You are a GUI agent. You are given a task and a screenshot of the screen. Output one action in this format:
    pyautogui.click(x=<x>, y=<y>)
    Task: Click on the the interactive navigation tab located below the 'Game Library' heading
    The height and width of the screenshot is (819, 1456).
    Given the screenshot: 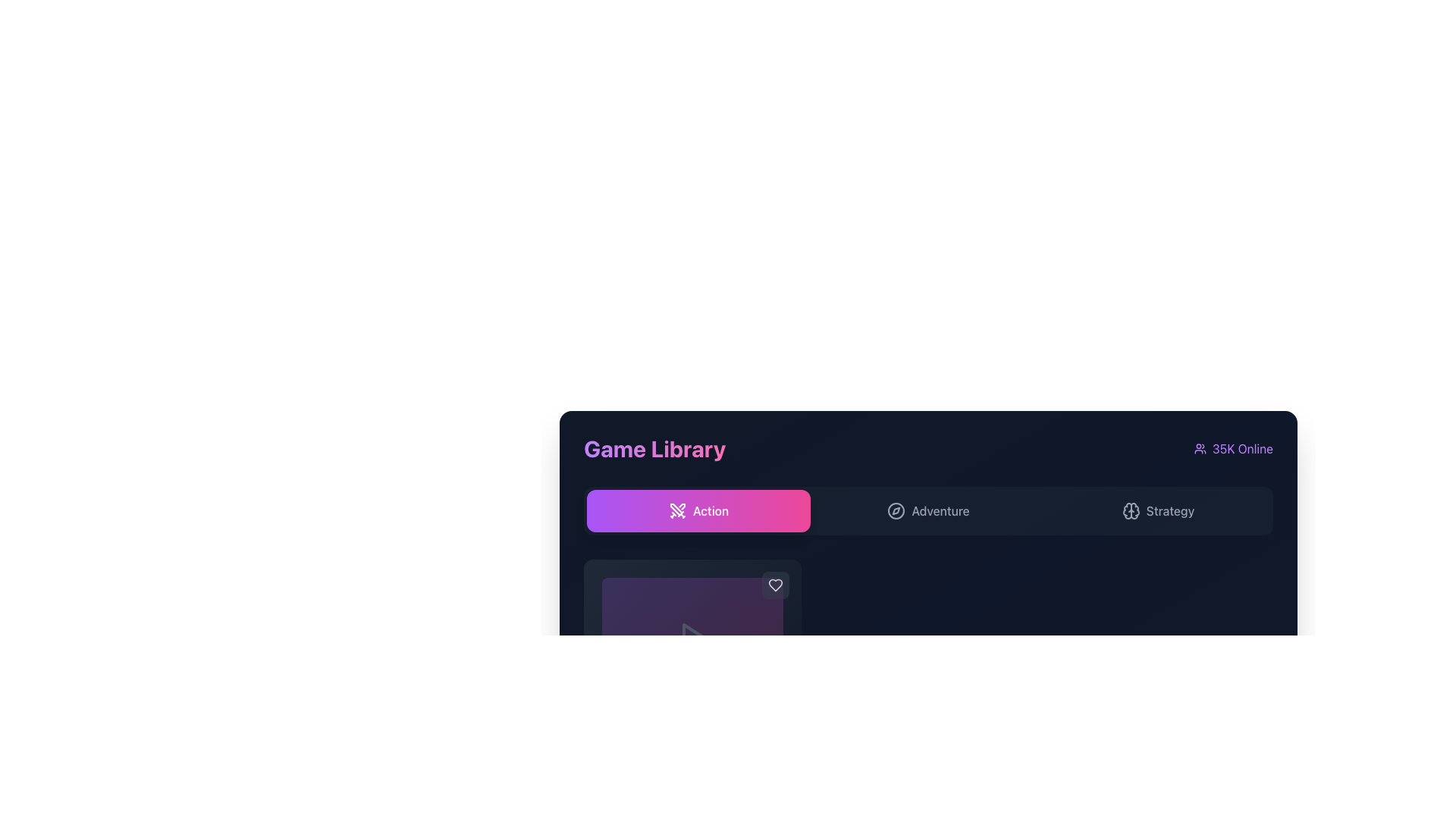 What is the action you would take?
    pyautogui.click(x=927, y=511)
    